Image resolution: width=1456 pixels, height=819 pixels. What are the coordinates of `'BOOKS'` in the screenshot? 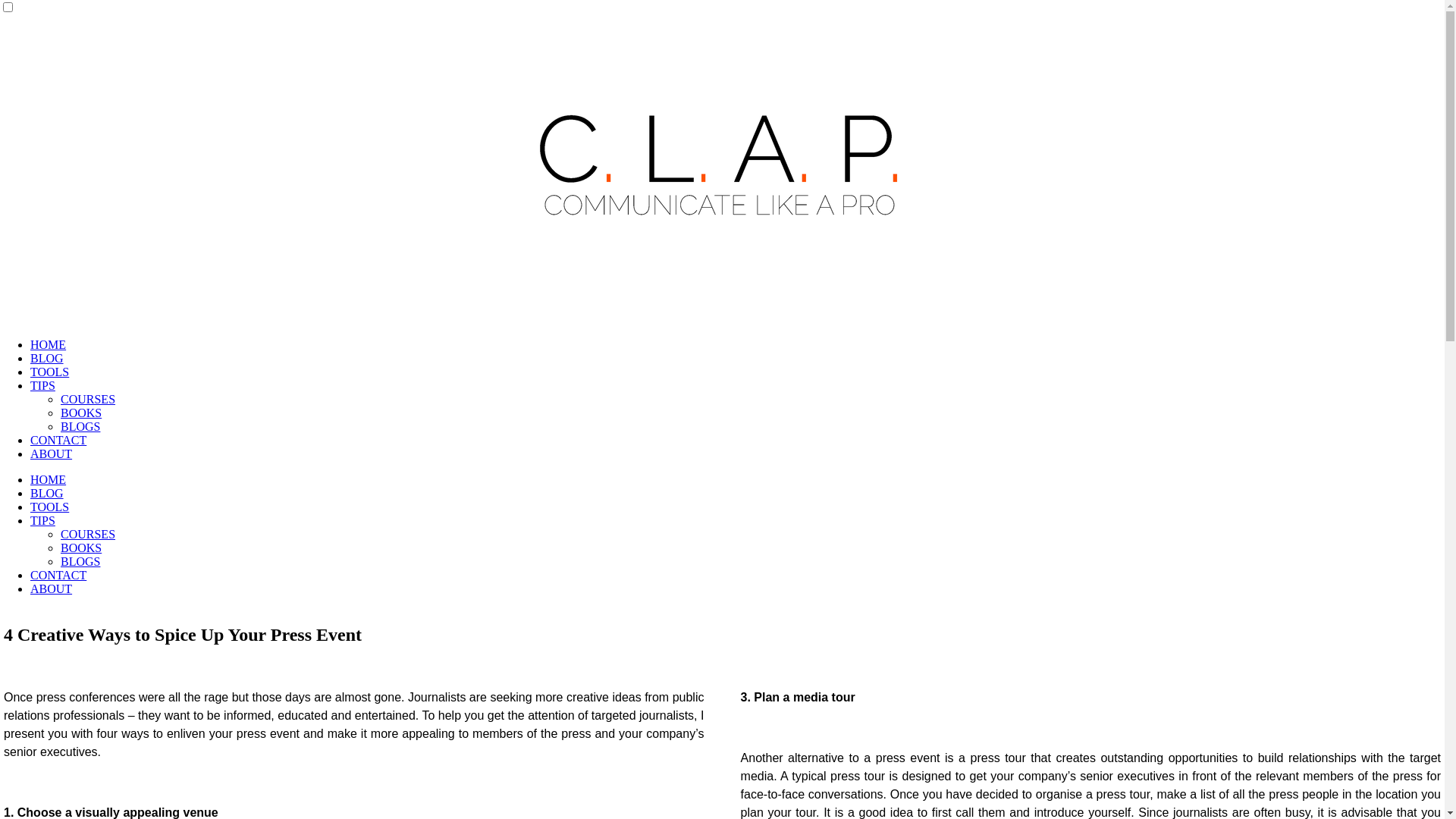 It's located at (80, 548).